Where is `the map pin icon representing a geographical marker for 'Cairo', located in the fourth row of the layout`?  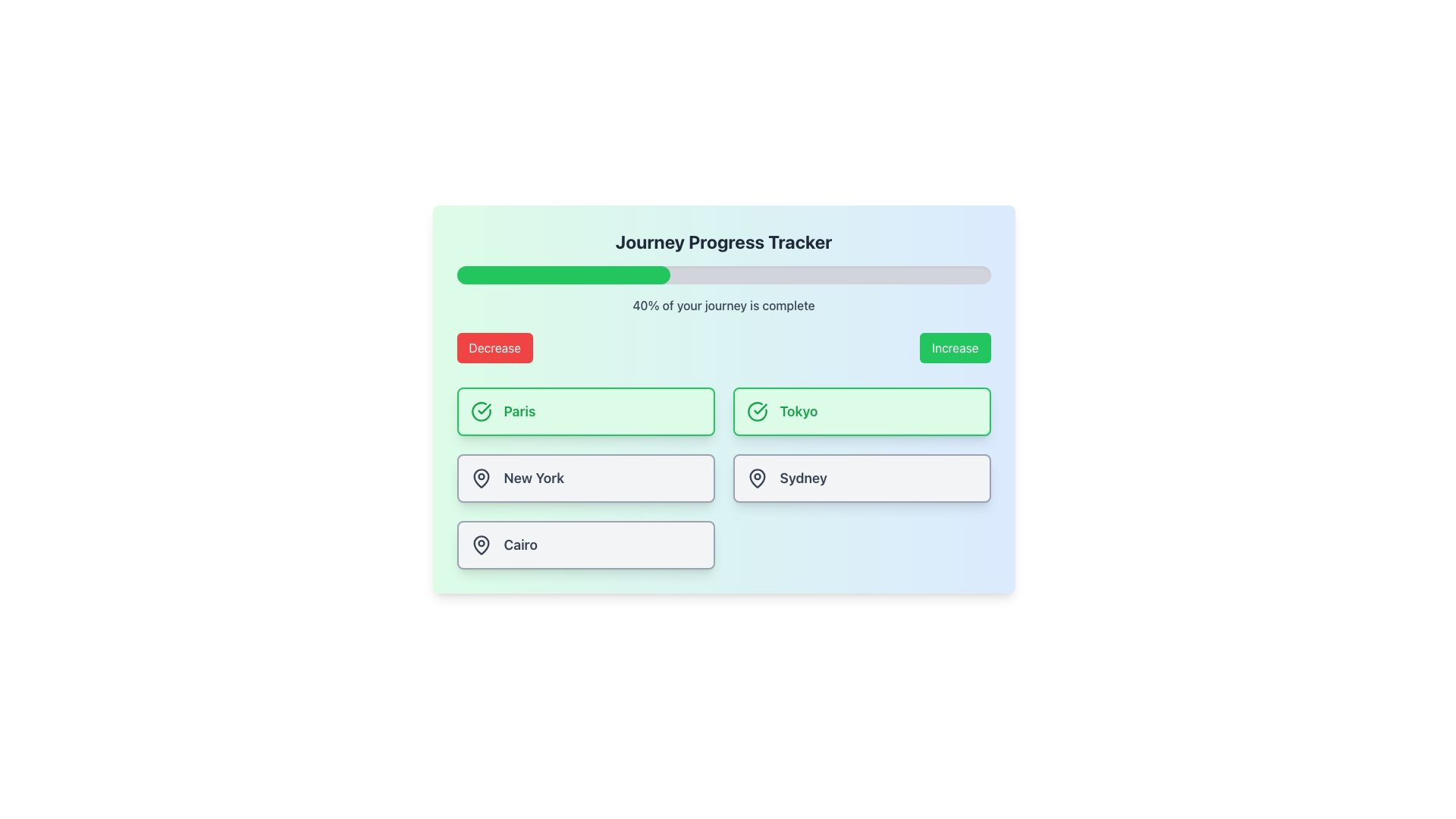 the map pin icon representing a geographical marker for 'Cairo', located in the fourth row of the layout is located at coordinates (480, 544).